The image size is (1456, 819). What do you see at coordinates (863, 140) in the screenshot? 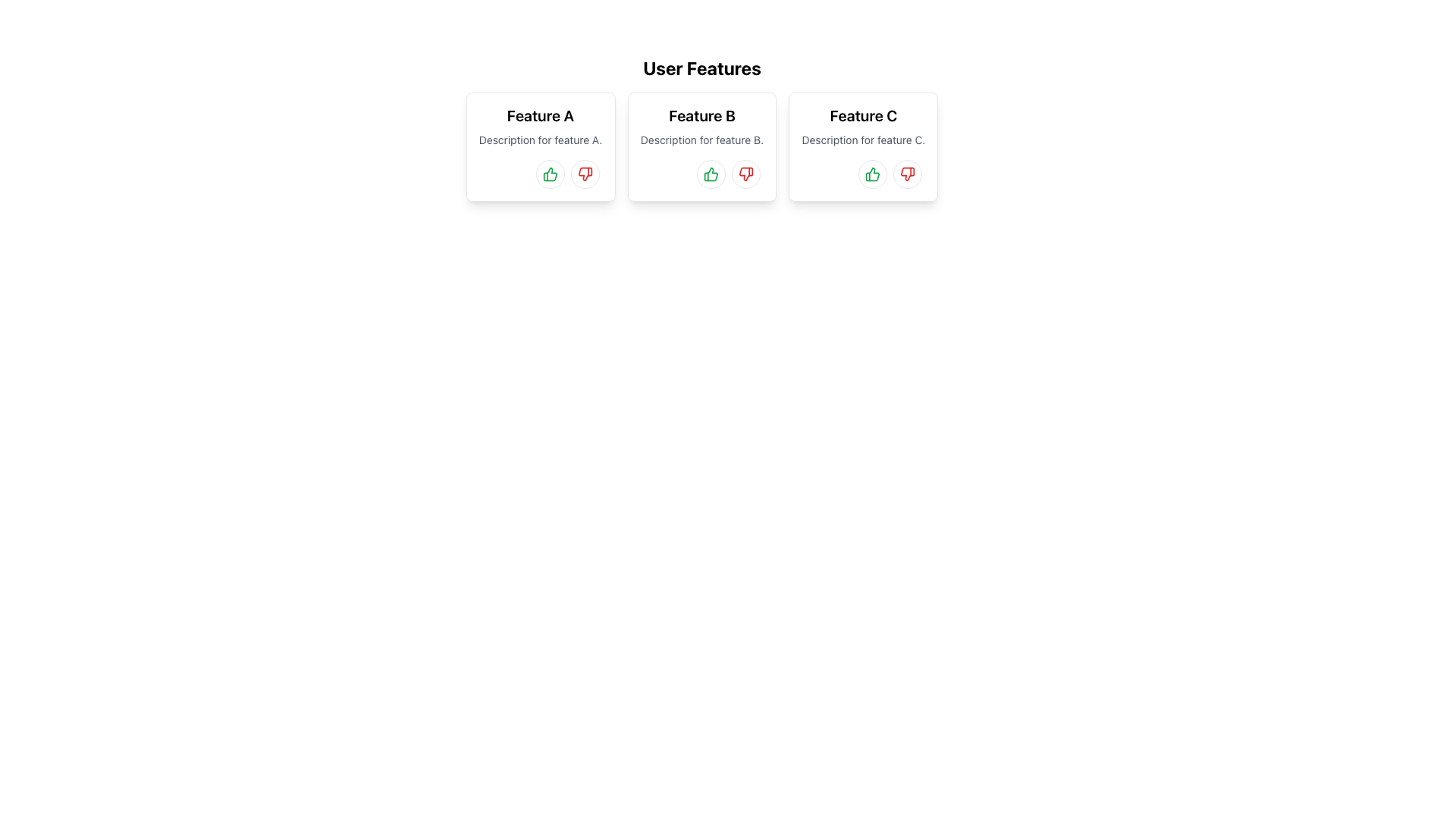
I see `the text block containing the phrase 'Description for feature C.' which is styled with a small font and gray color, located below the title 'Feature C' in the middle section of the 'Feature C' card` at bounding box center [863, 140].